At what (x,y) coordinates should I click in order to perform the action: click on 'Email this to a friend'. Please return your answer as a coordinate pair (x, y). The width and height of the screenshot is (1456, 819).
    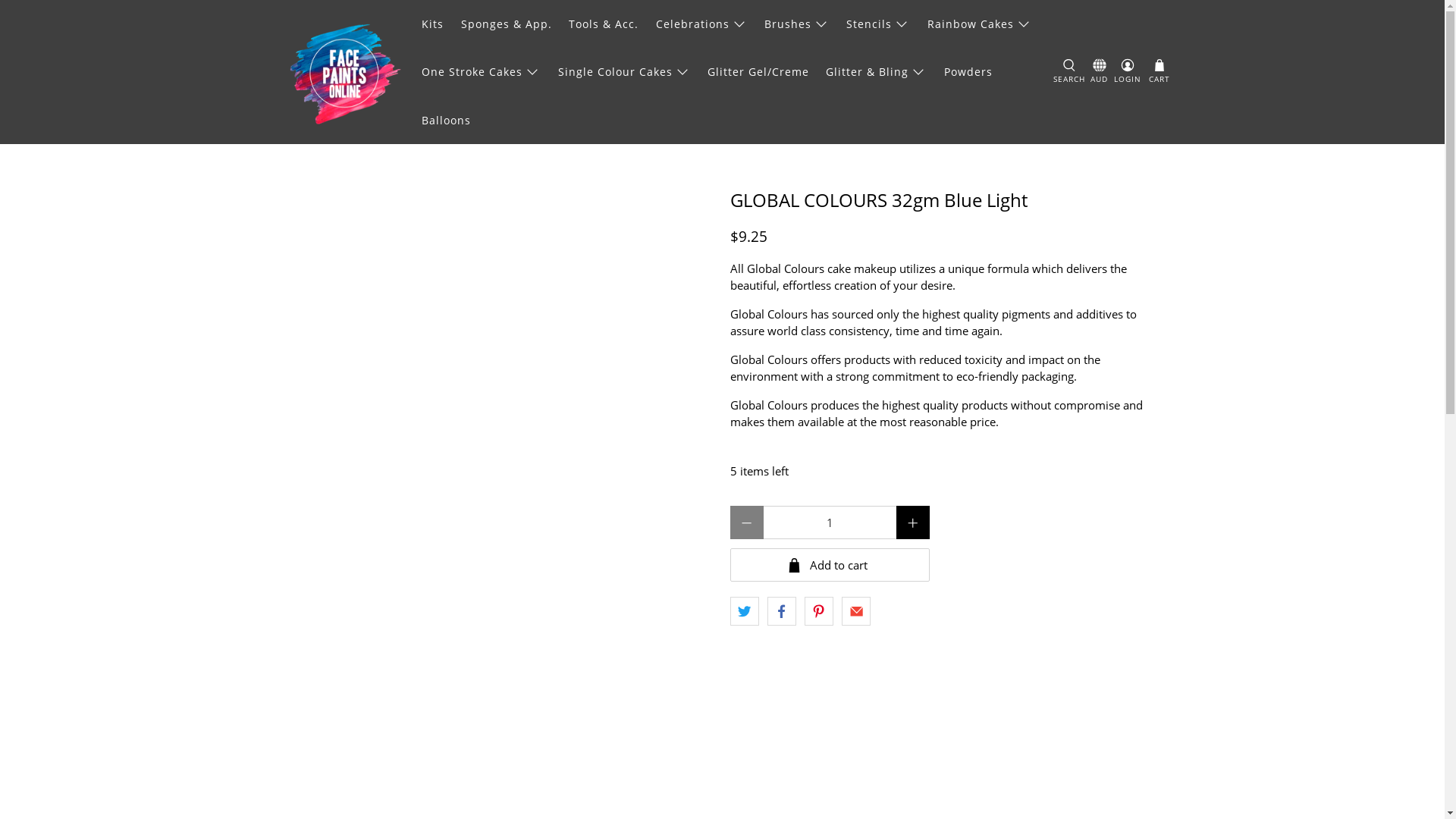
    Looking at the image, I should click on (855, 610).